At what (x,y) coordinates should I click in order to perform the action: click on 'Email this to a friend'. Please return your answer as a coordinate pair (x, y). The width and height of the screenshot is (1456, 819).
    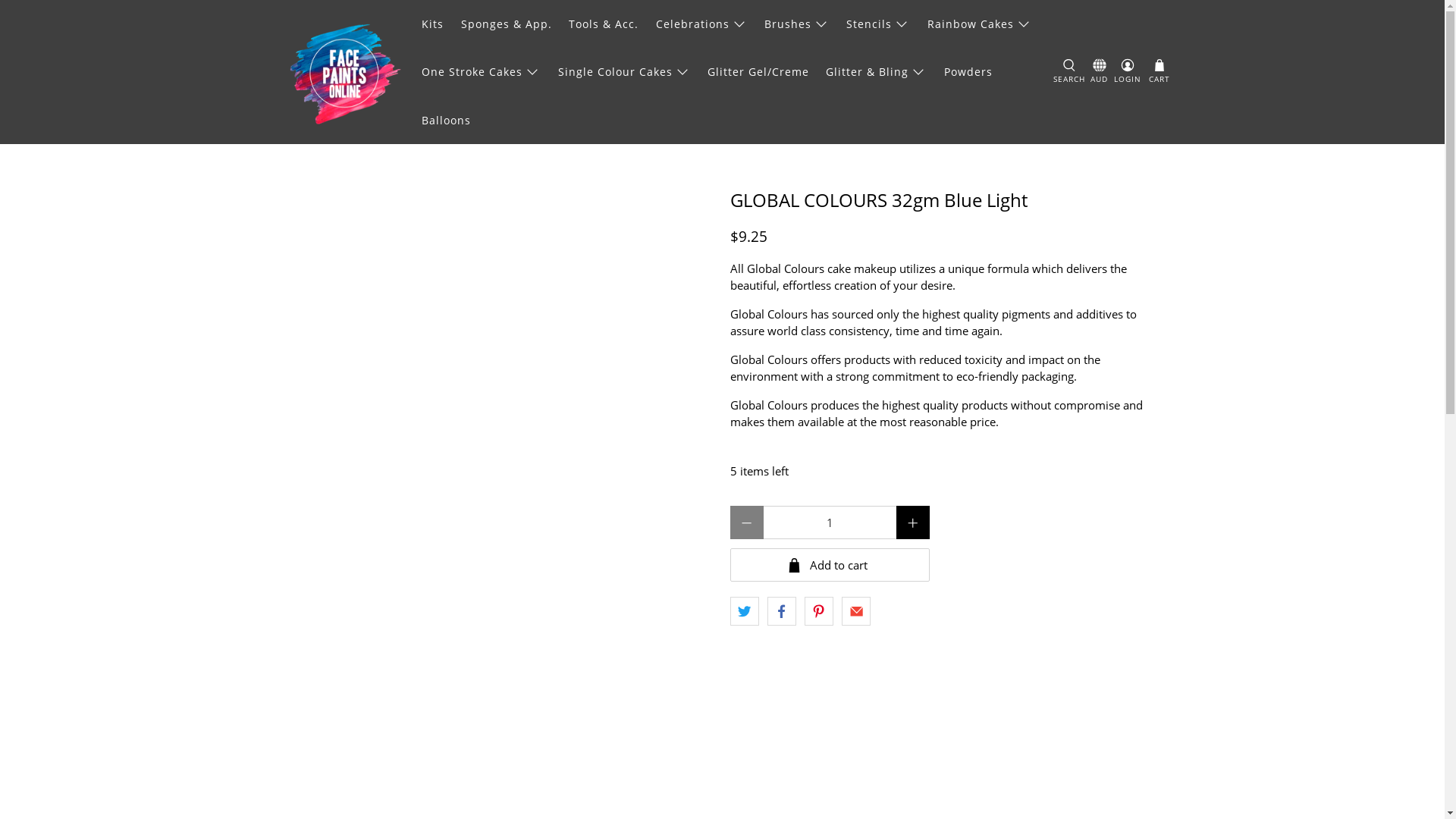
    Looking at the image, I should click on (855, 610).